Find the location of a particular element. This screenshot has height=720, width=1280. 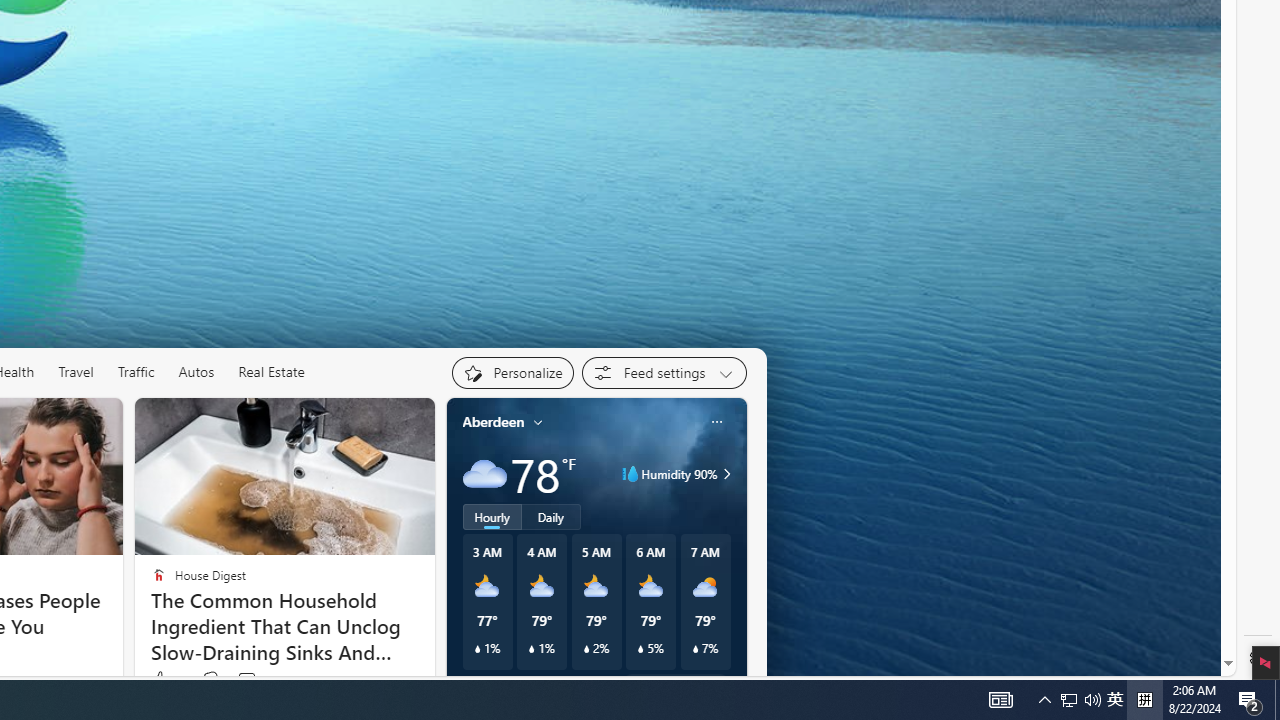

'Autos' is located at coordinates (197, 371).